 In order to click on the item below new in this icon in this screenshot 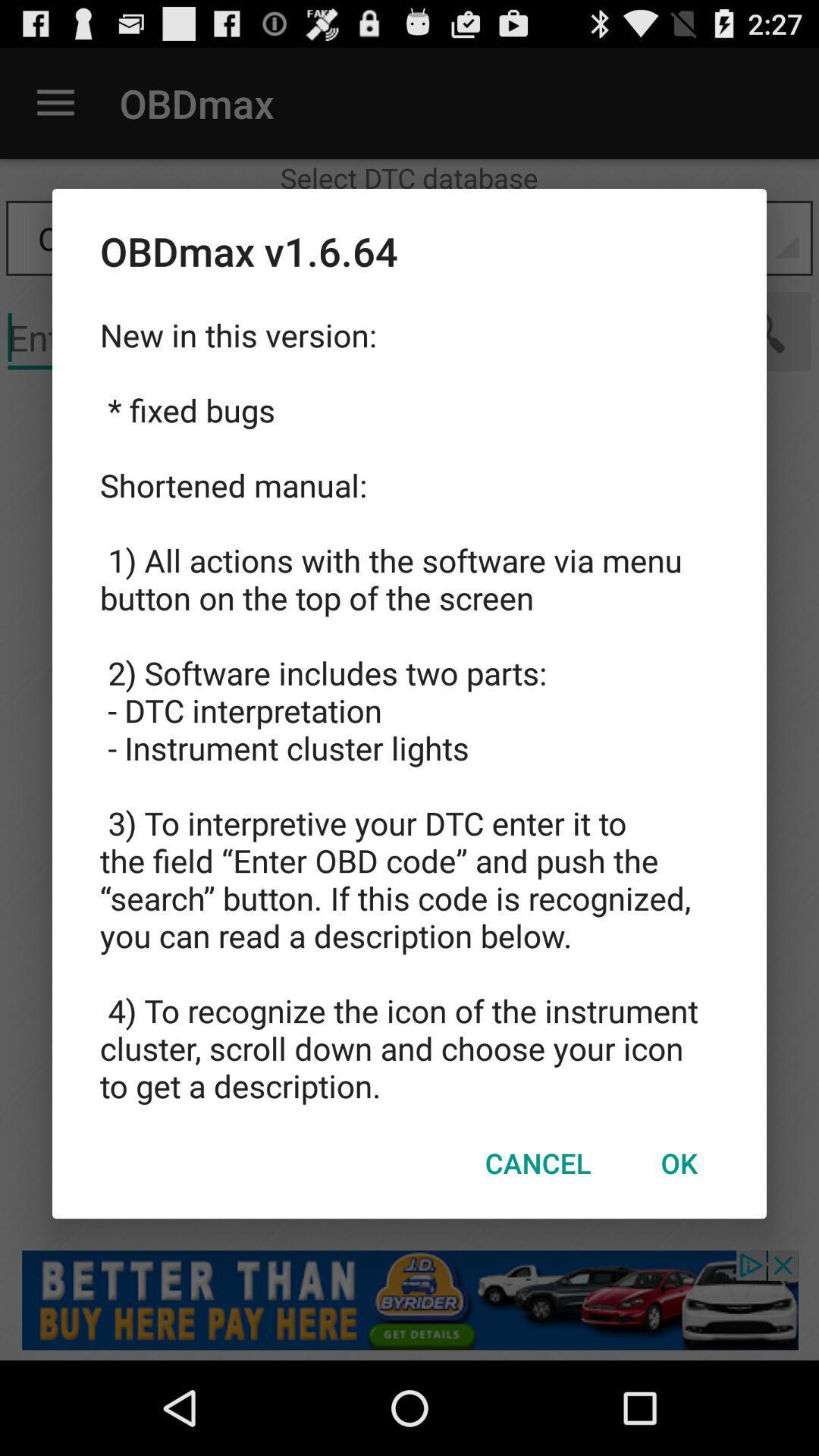, I will do `click(537, 1162)`.